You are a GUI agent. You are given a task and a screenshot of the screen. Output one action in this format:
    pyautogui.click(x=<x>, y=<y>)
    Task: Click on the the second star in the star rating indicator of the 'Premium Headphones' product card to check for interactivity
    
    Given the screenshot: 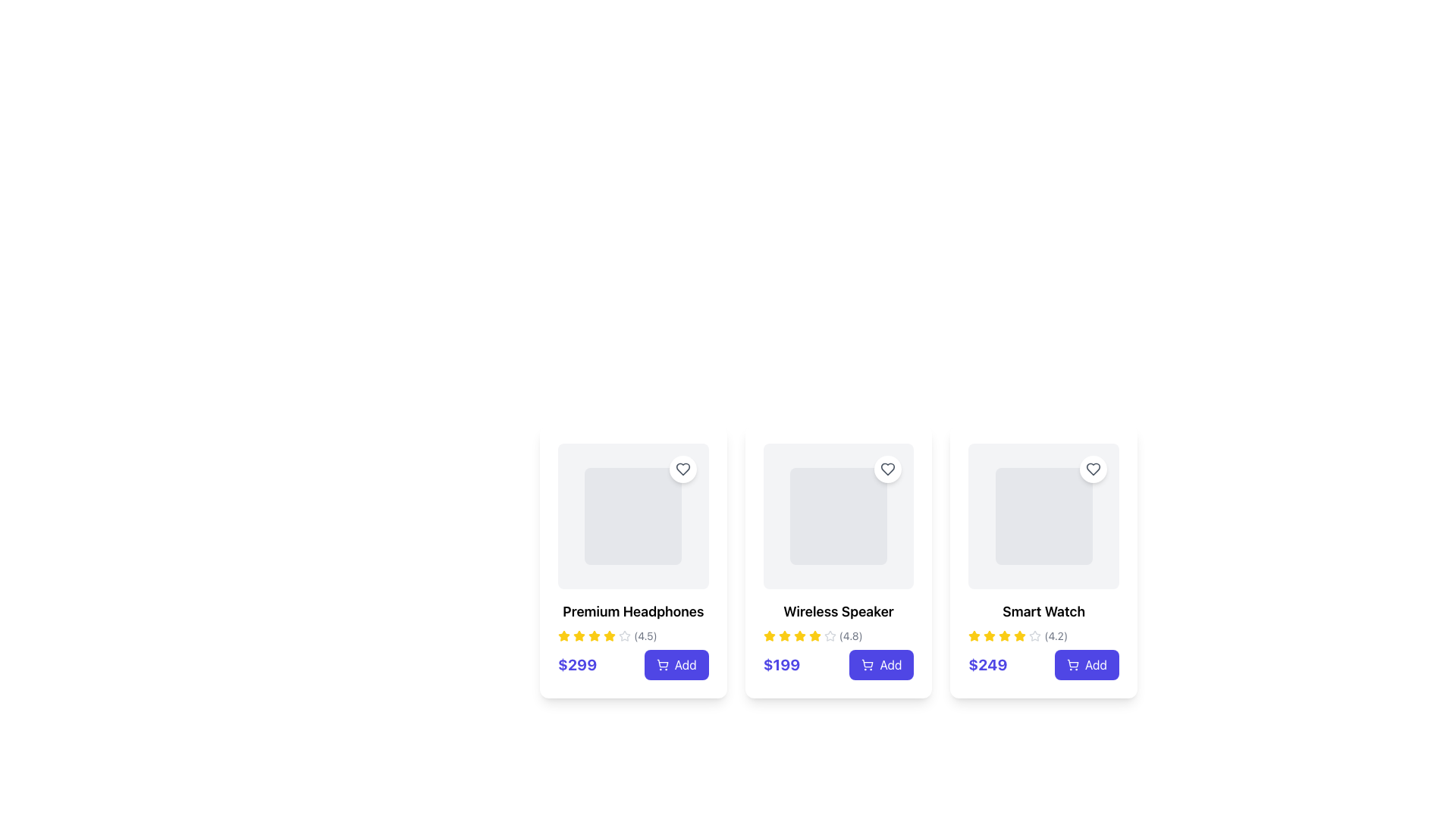 What is the action you would take?
    pyautogui.click(x=625, y=635)
    